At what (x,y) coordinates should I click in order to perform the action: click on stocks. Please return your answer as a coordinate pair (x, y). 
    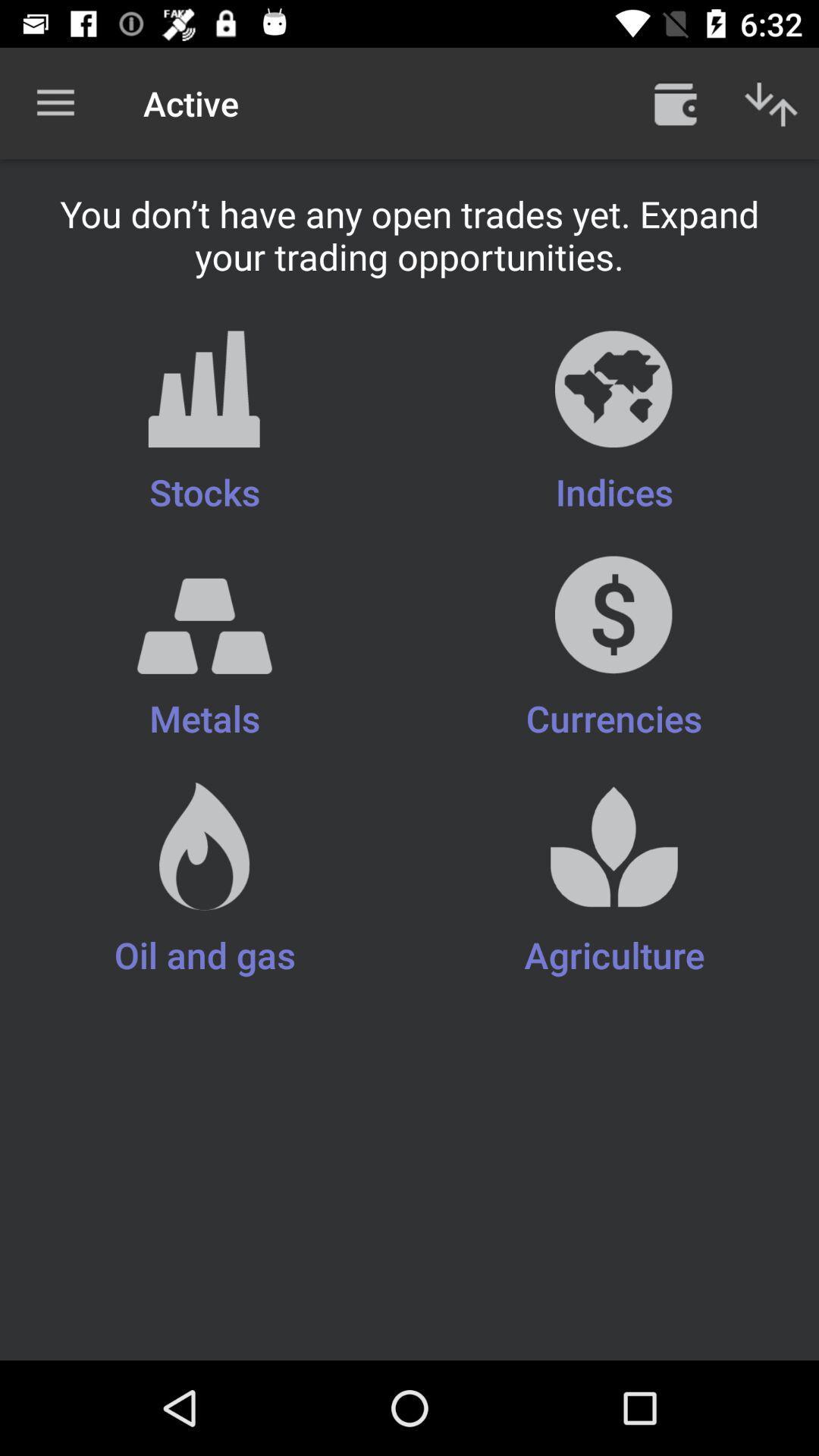
    Looking at the image, I should click on (205, 423).